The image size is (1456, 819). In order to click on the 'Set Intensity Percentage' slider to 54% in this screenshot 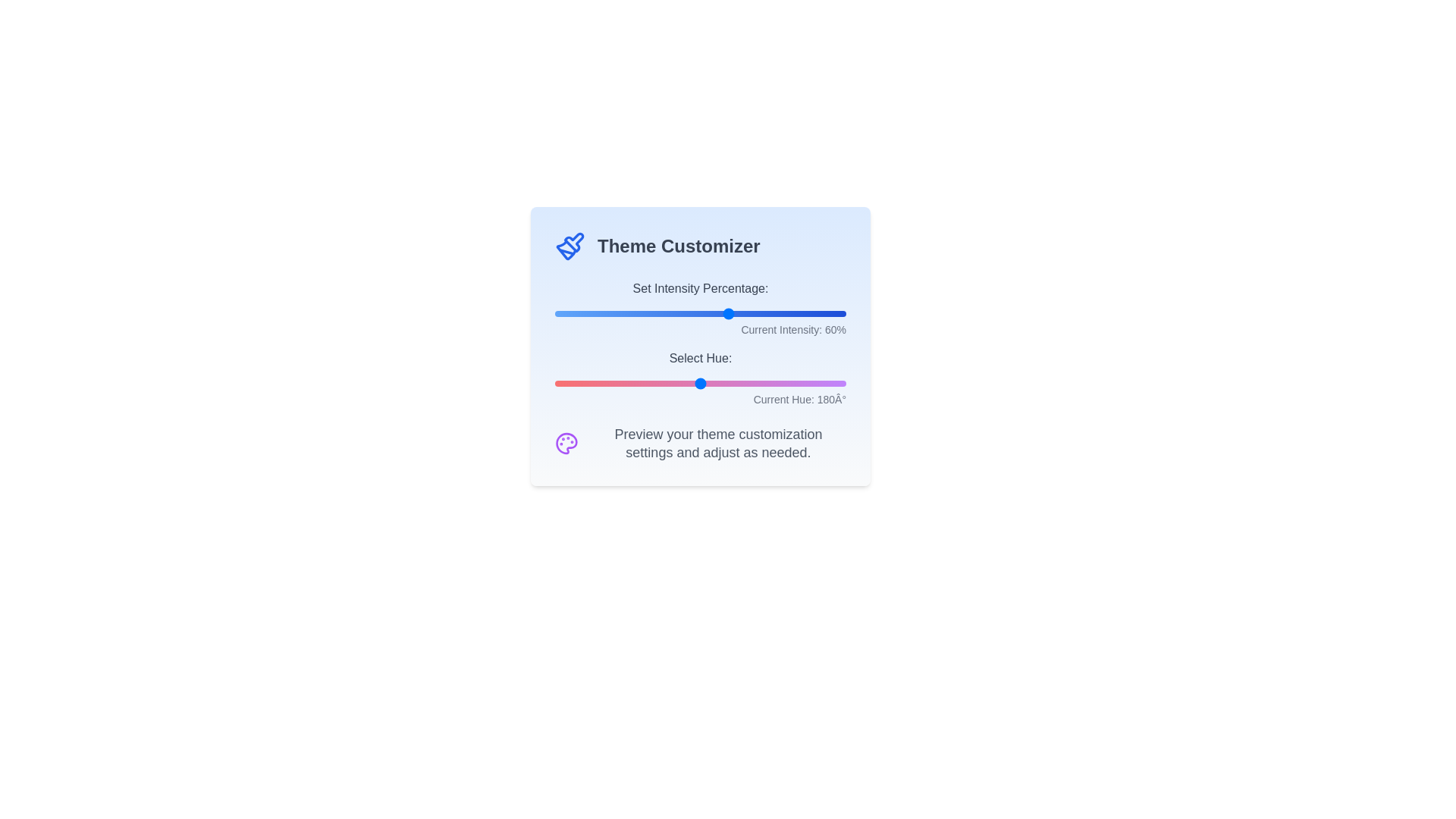, I will do `click(711, 312)`.